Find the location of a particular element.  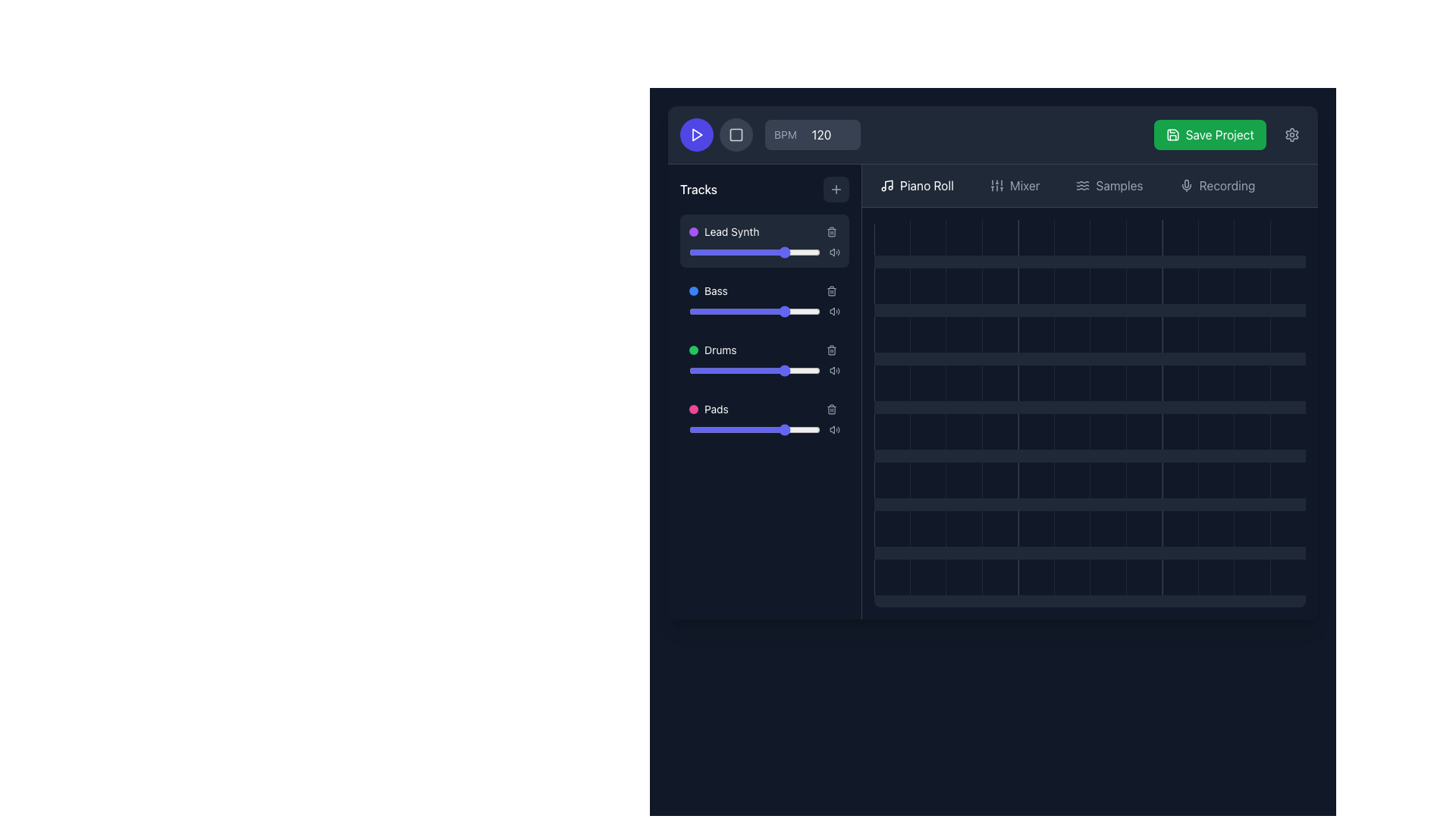

the icon that serves as a button or marker is located at coordinates (996, 185).